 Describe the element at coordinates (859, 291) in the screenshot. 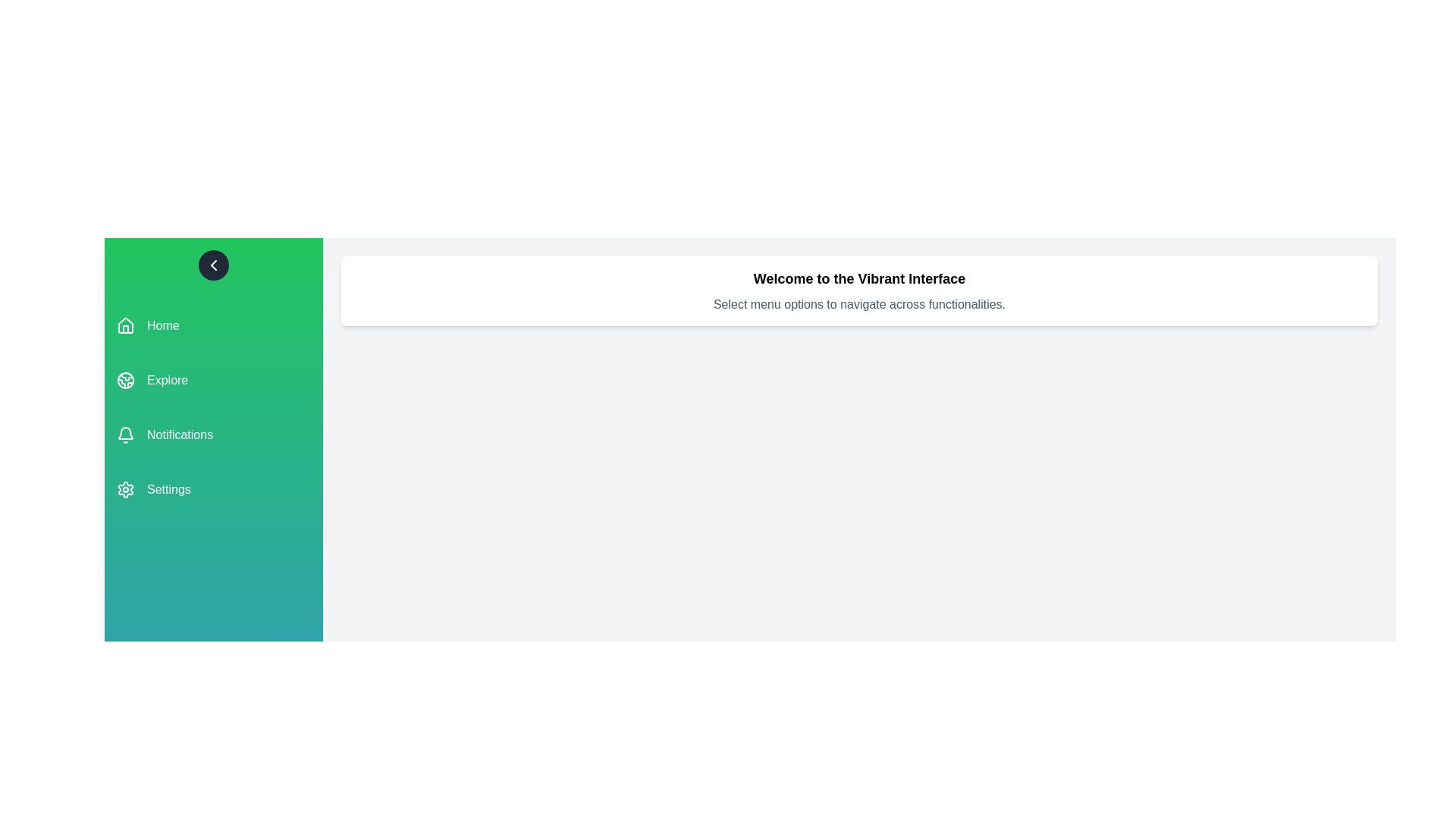

I see `the welcome message to interact` at that location.